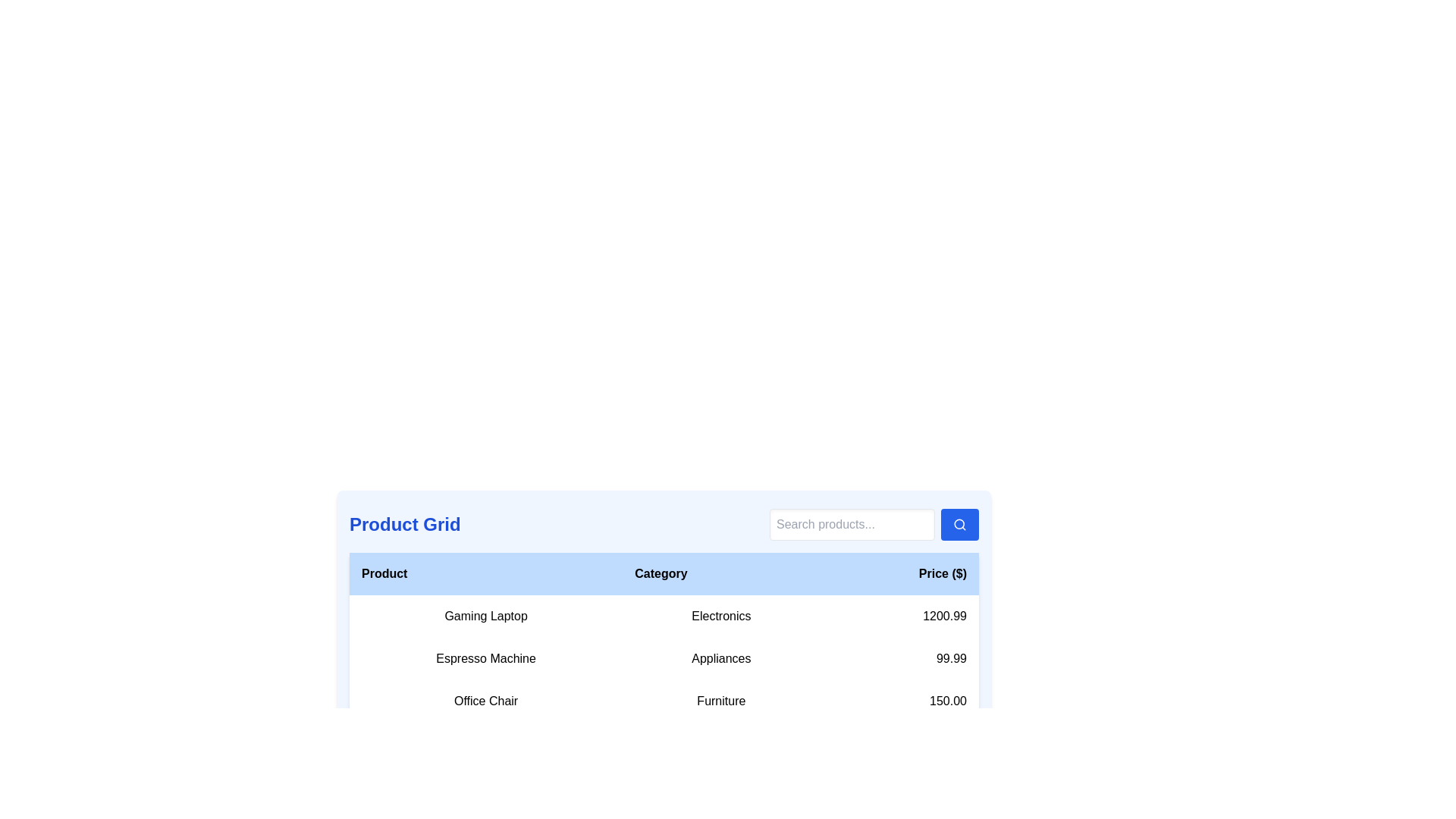 Image resolution: width=1456 pixels, height=819 pixels. I want to click on price value displayed as '99.99' in the Price ($) column for the 'Espresso Machine' product, which is located in the rightmost cell of the second row, so click(899, 657).